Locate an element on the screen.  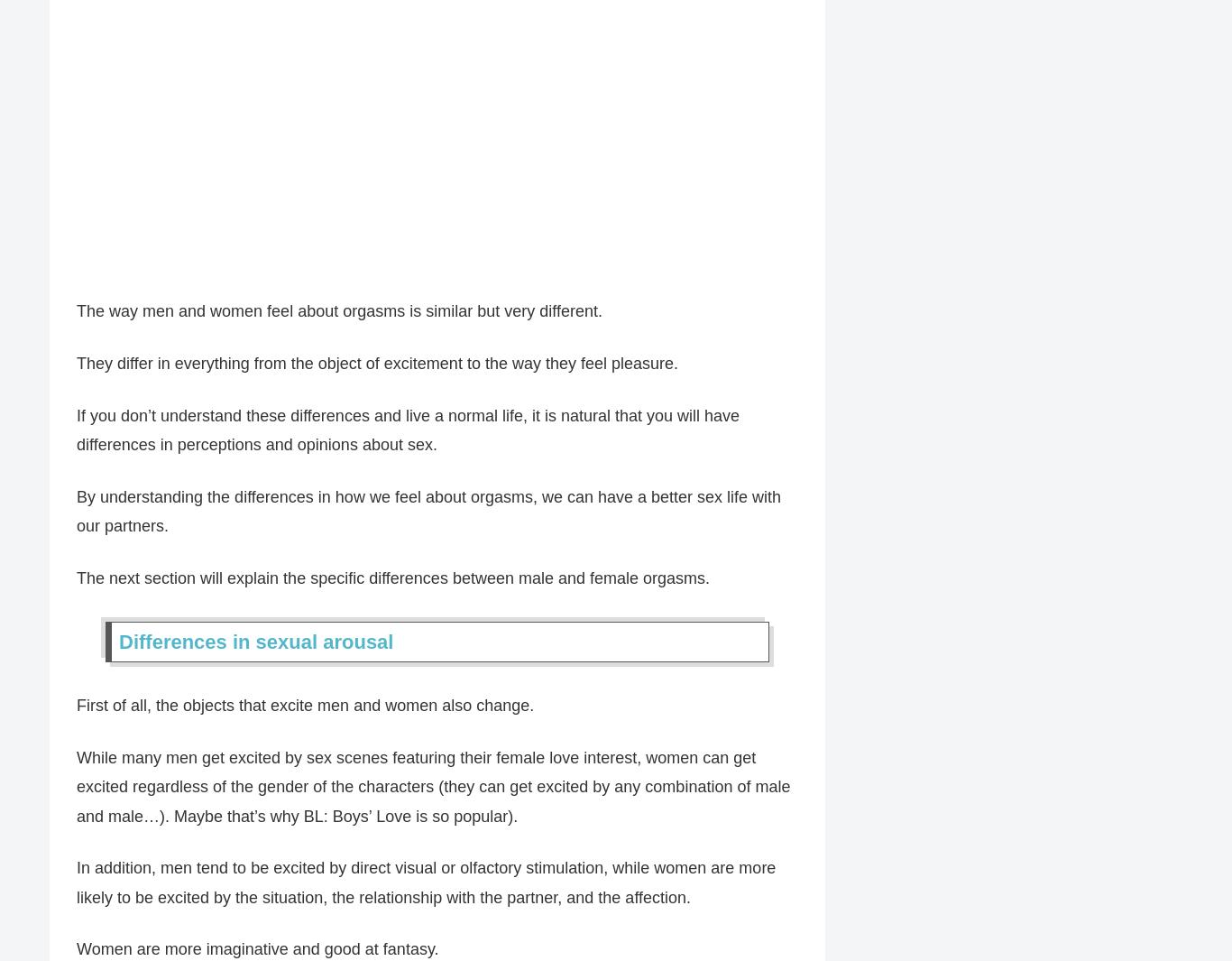
'While many men get excited by sex scenes featuring their female love interest, women can get excited regardless of the gender of the characters (they can get excited by any combination of male and male…). Maybe that’s why BL: Boys’ Love is so popular).' is located at coordinates (76, 787).